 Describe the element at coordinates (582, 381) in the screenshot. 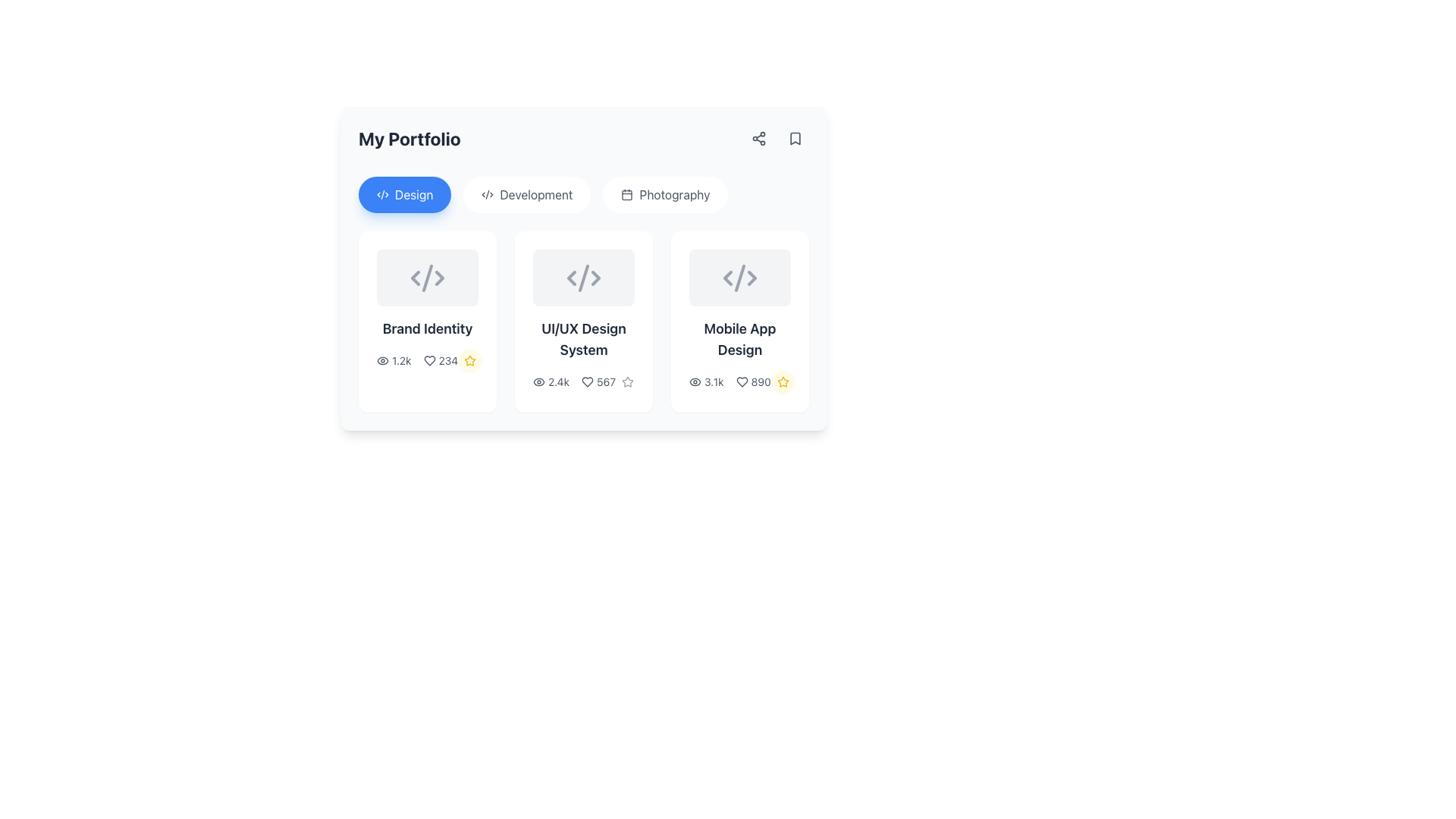

I see `the individual icons in the Informative statistic bar located at the bottom of the 'UI/UX Design System' card in the second column, which displays views, likes, and ratings` at that location.